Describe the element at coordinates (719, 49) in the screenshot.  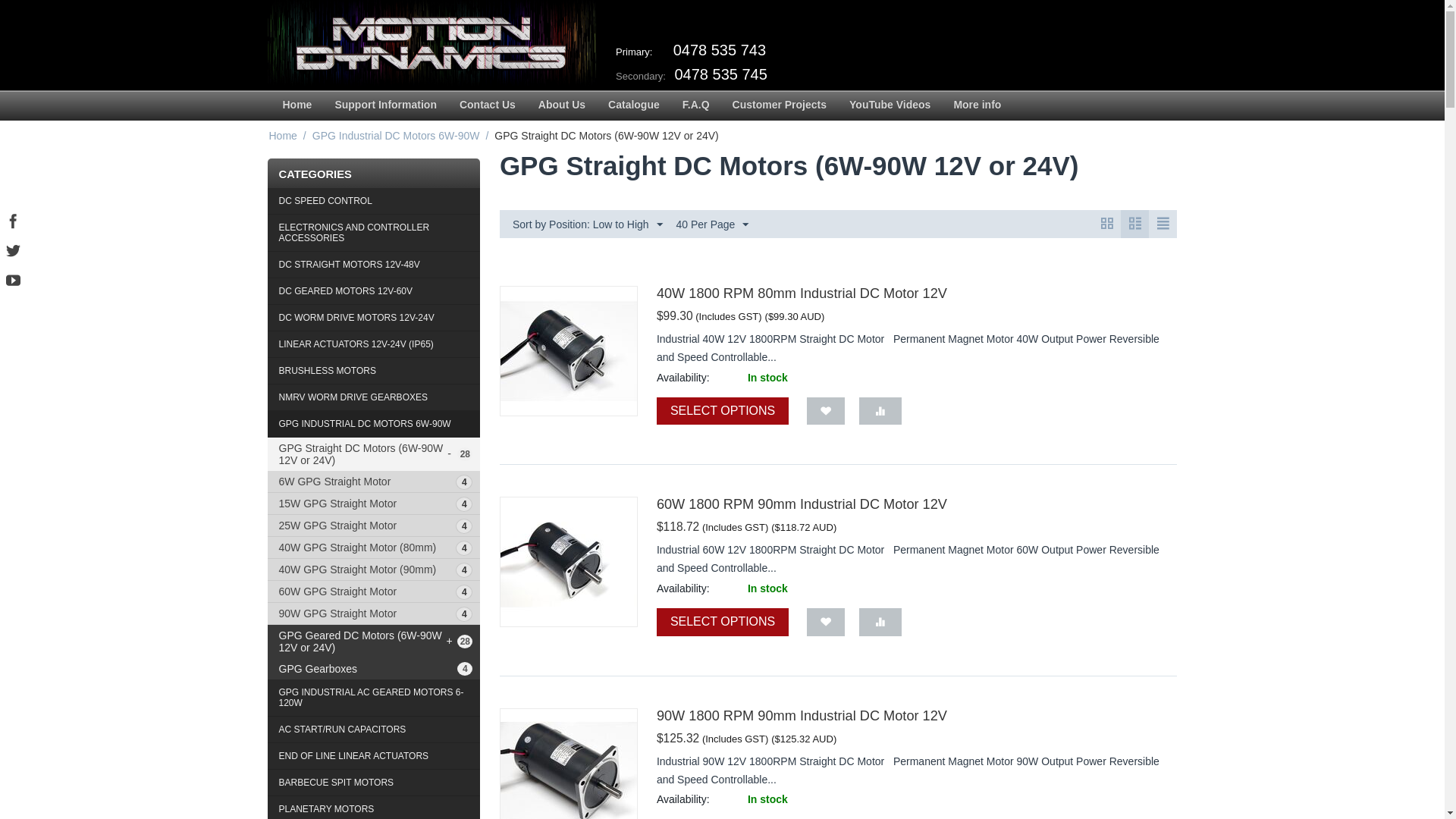
I see `'0478 535 743'` at that location.